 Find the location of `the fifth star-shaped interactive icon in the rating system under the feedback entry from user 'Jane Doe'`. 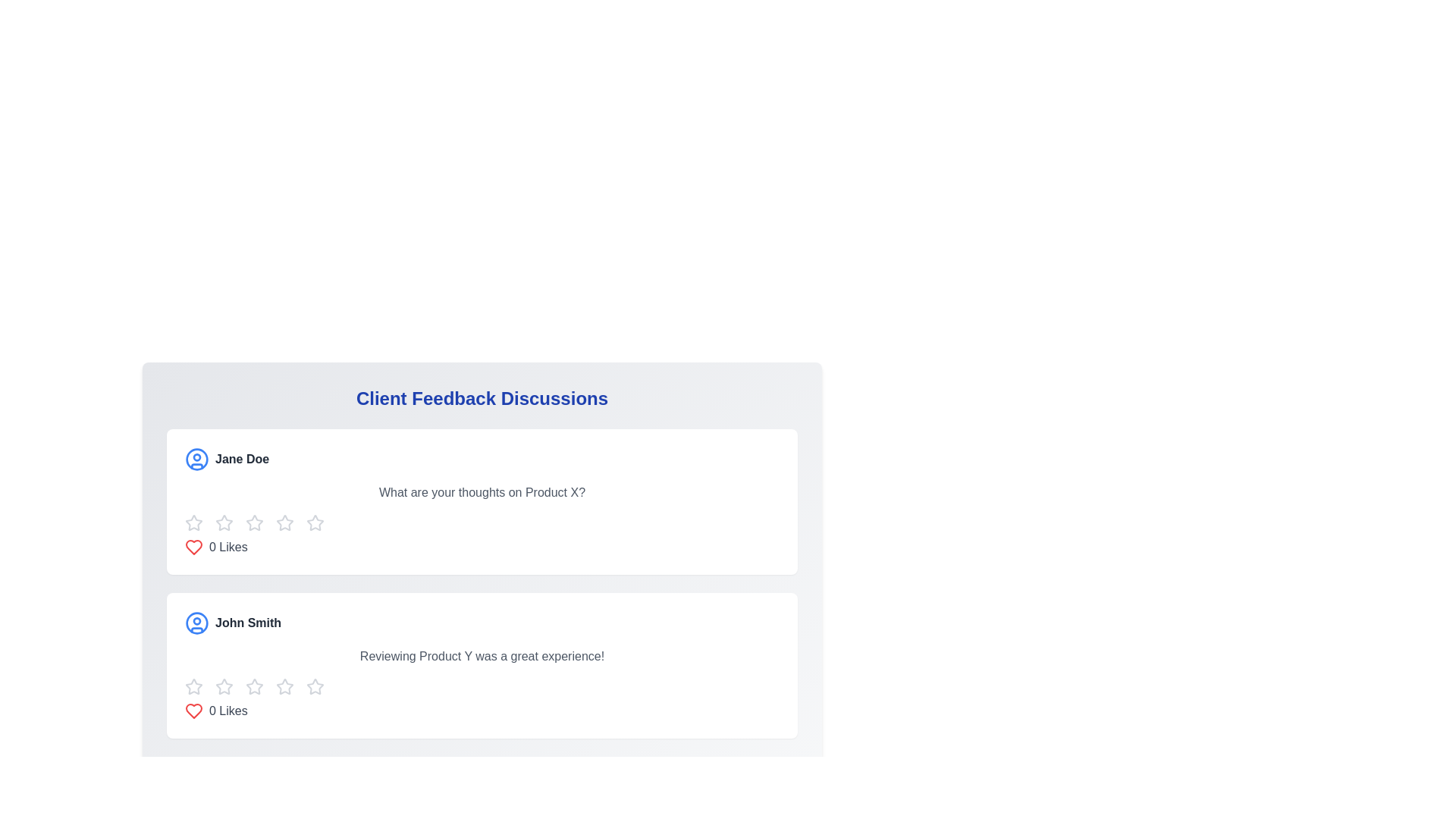

the fifth star-shaped interactive icon in the rating system under the feedback entry from user 'Jane Doe' is located at coordinates (284, 522).